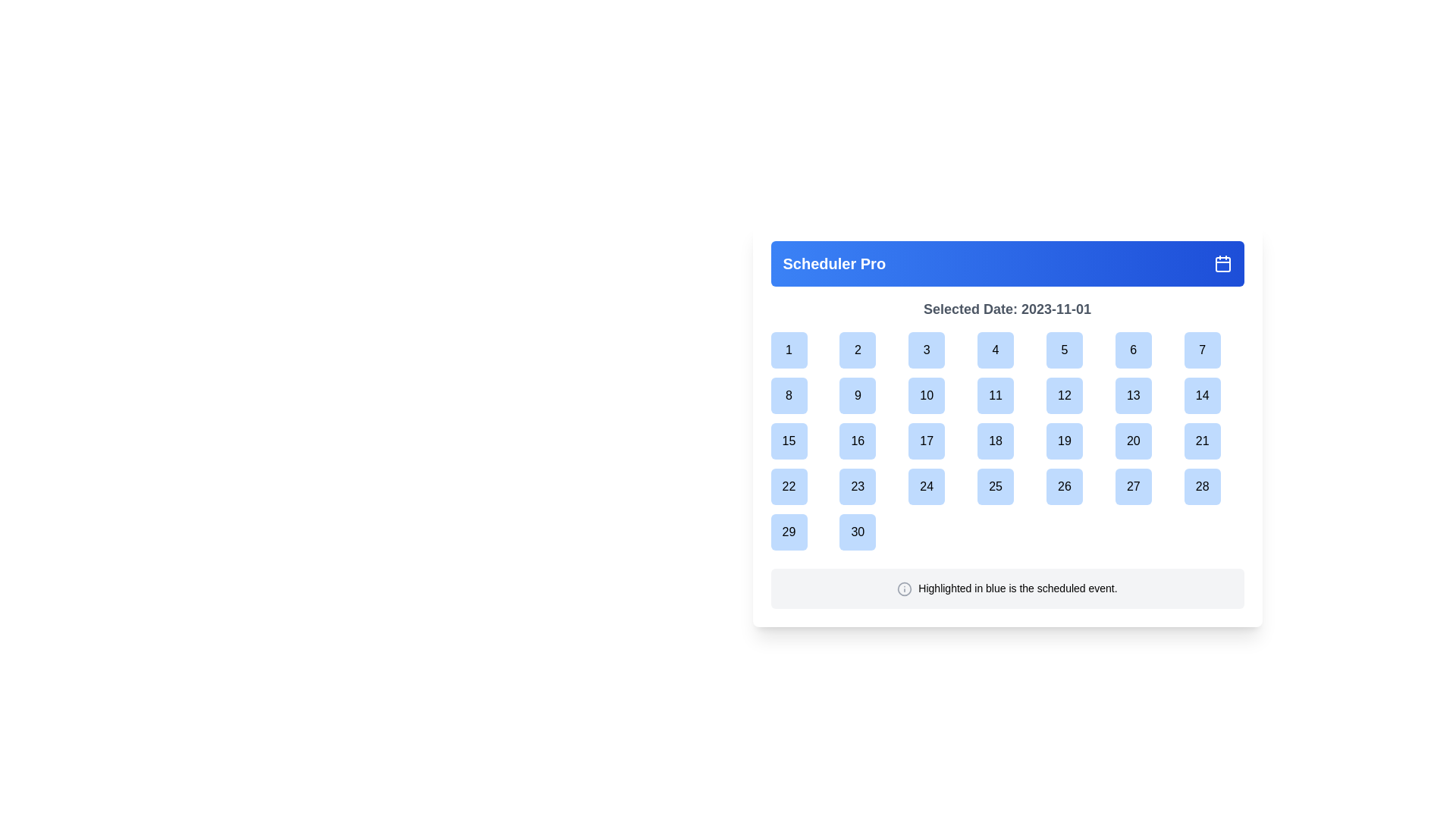 The image size is (1456, 819). I want to click on the circular blue button with the text '15', so click(789, 441).